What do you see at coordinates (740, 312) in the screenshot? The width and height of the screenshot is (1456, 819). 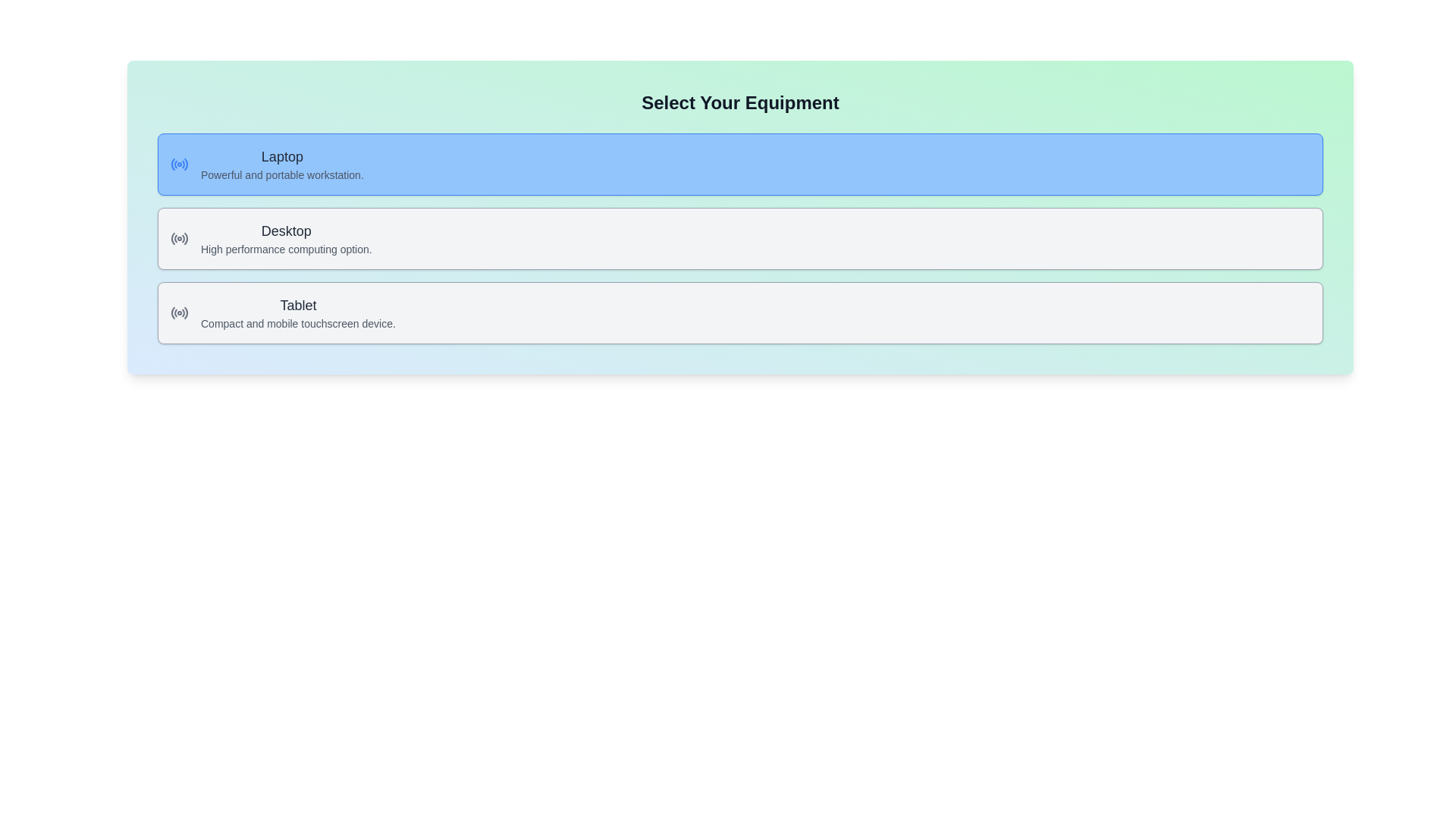 I see `the Selectable List Item element titled 'Tablet' that is positioned third in the vertical list` at bounding box center [740, 312].